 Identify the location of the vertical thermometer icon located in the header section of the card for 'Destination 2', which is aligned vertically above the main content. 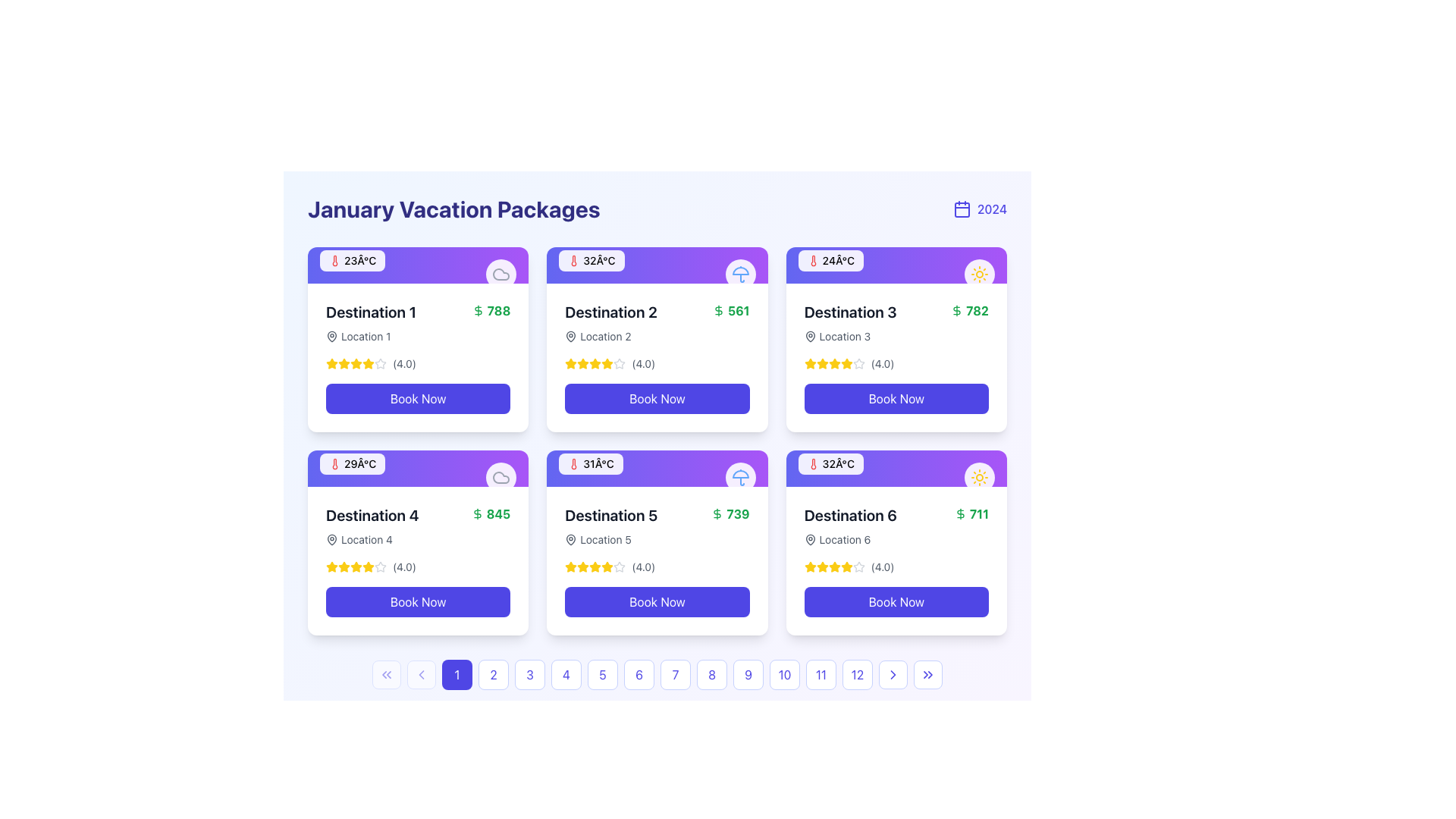
(573, 259).